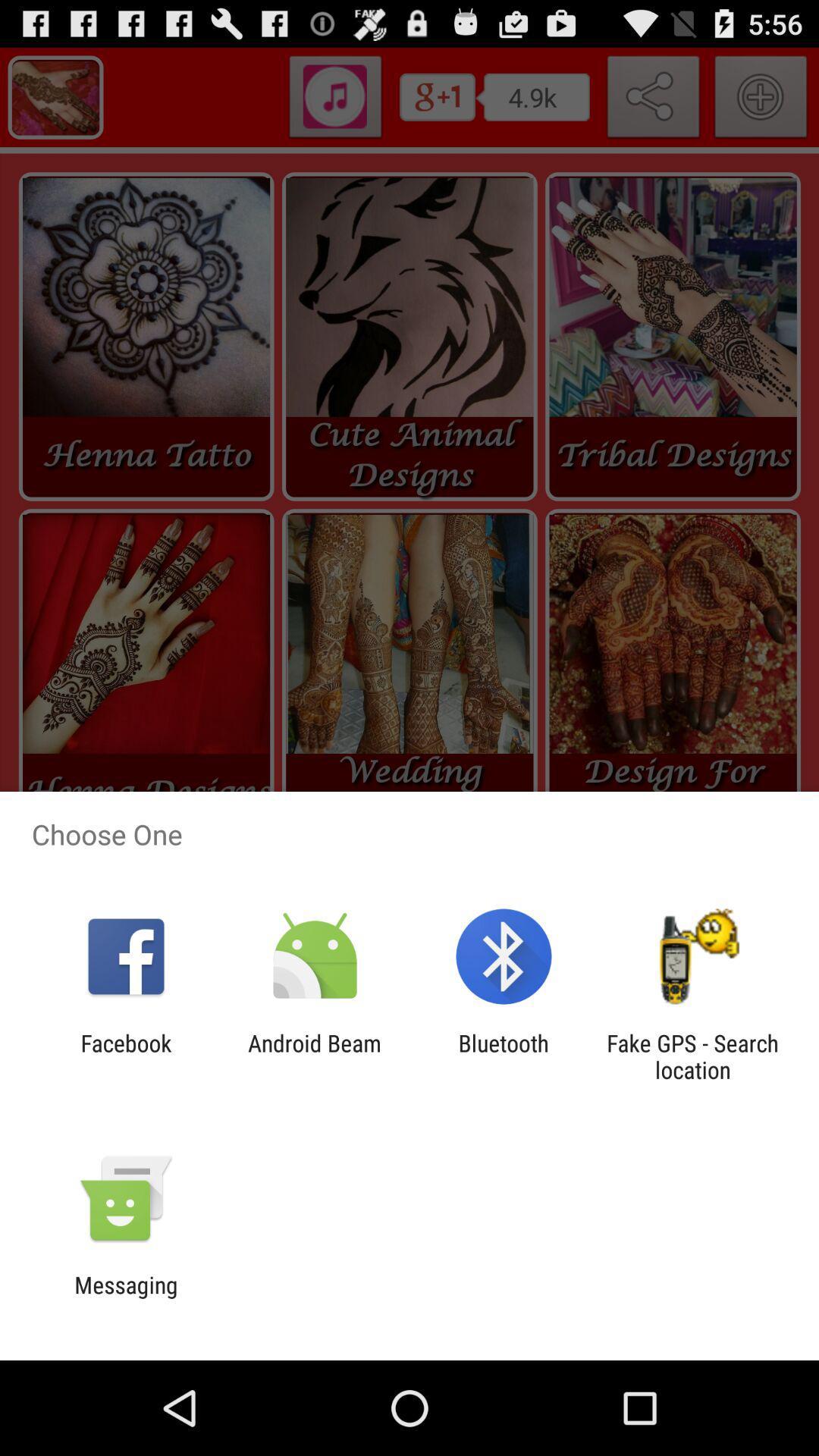 This screenshot has width=819, height=1456. I want to click on the fake gps search, so click(692, 1056).